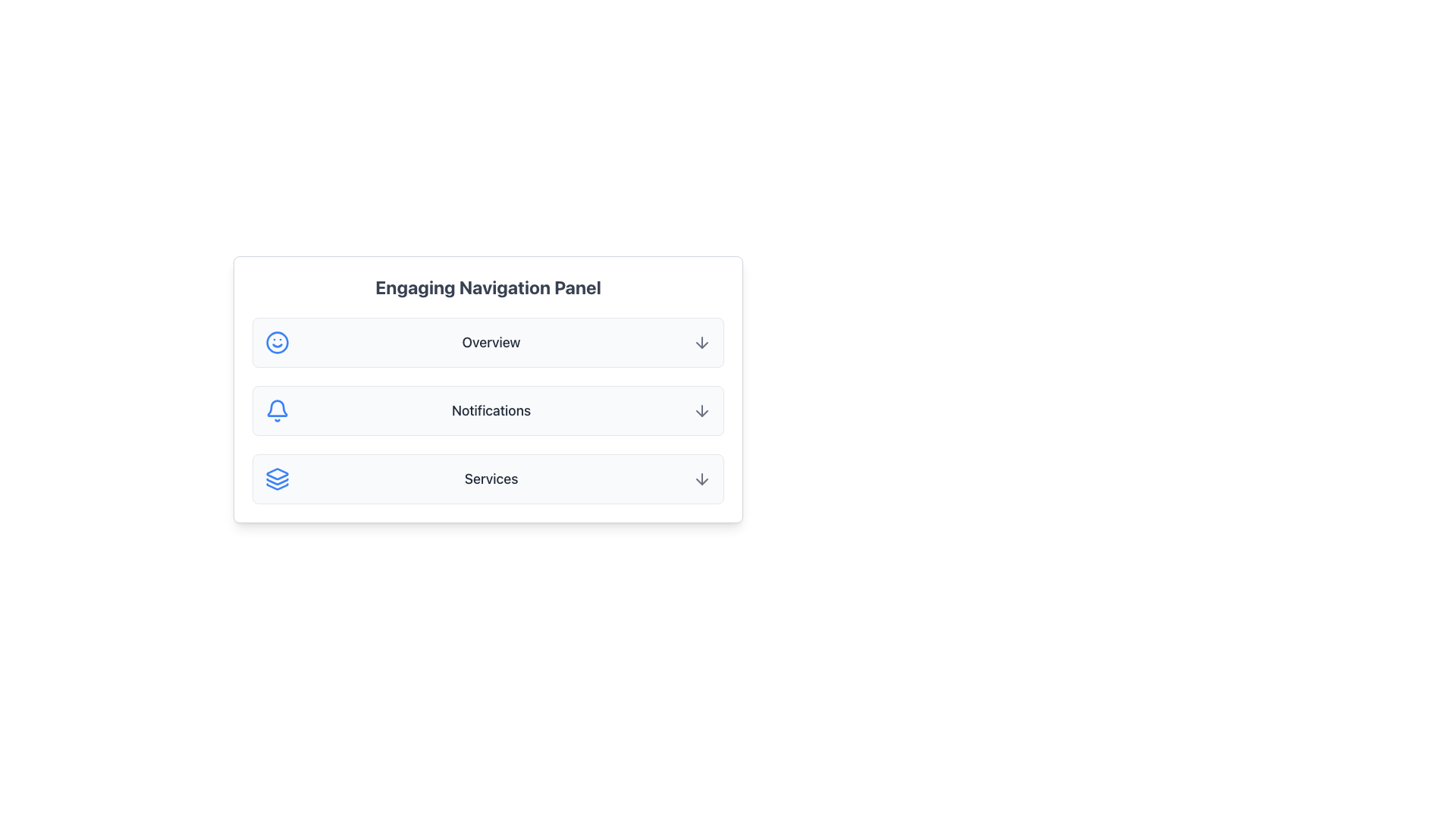 This screenshot has height=819, width=1456. Describe the element at coordinates (701, 342) in the screenshot. I see `the downward arrow icon with a thin outline located at the top right corner of the 'Overview' section` at that location.